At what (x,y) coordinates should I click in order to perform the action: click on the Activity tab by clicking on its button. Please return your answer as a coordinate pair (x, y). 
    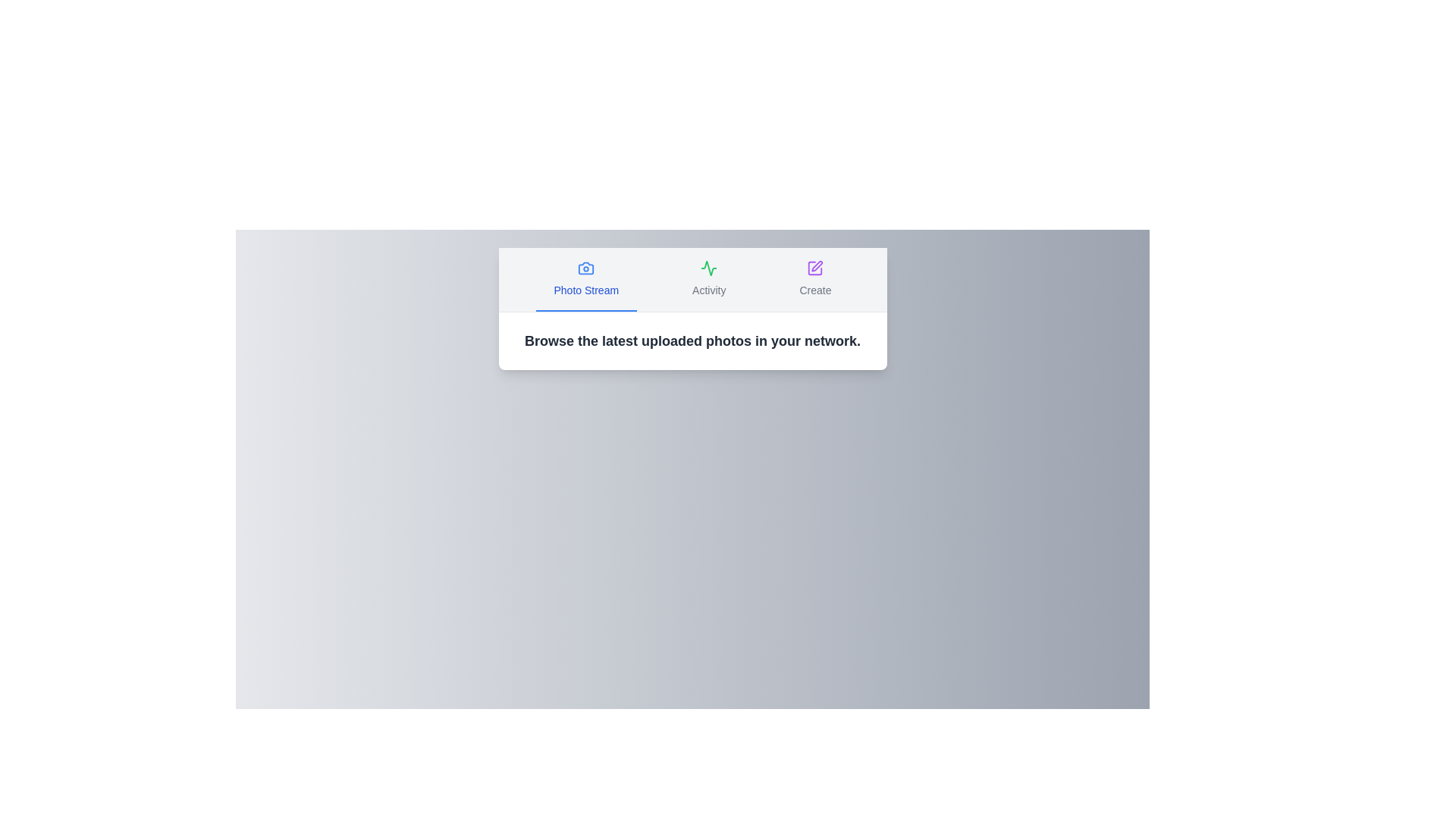
    Looking at the image, I should click on (708, 280).